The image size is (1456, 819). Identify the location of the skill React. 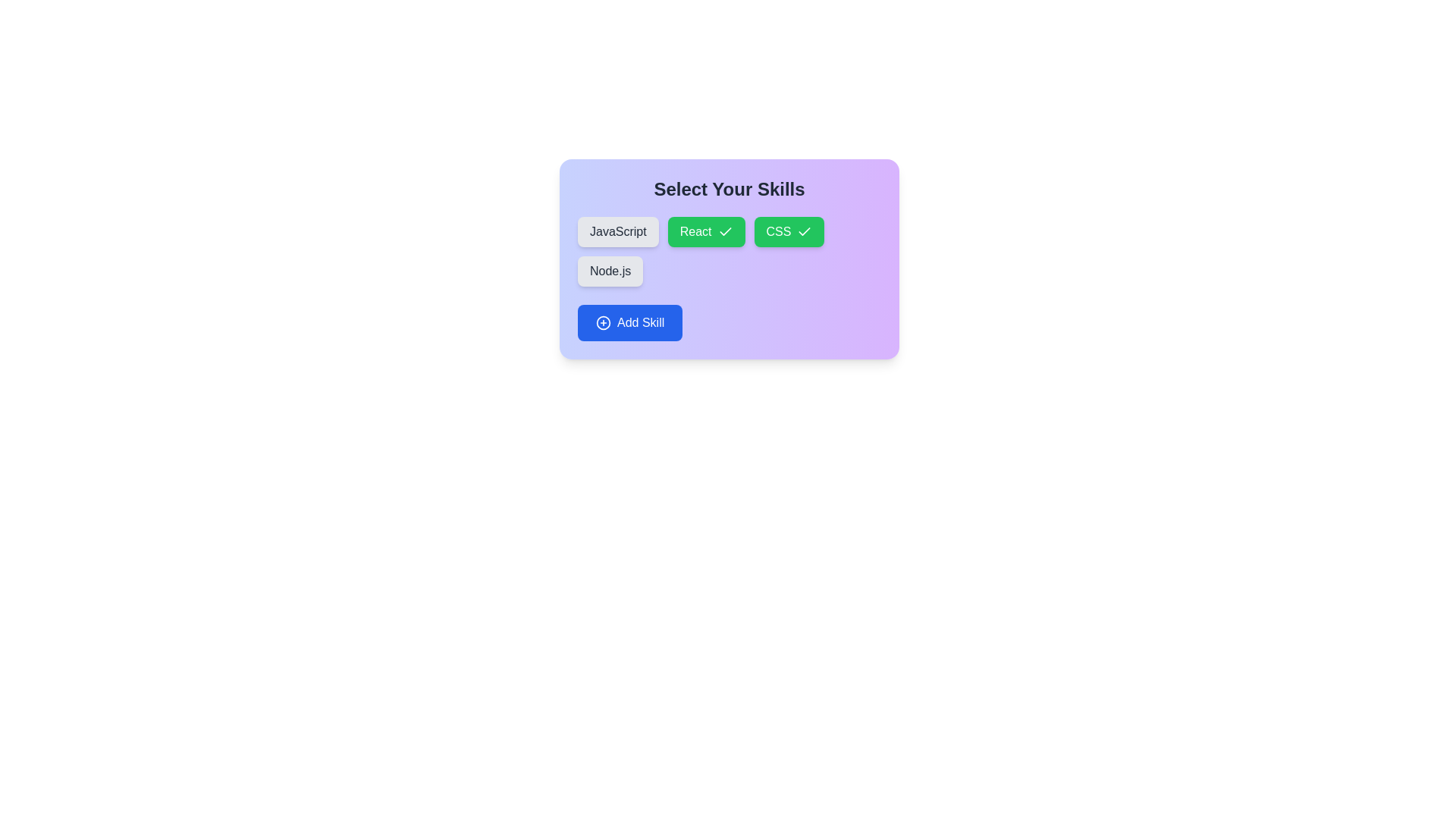
(705, 231).